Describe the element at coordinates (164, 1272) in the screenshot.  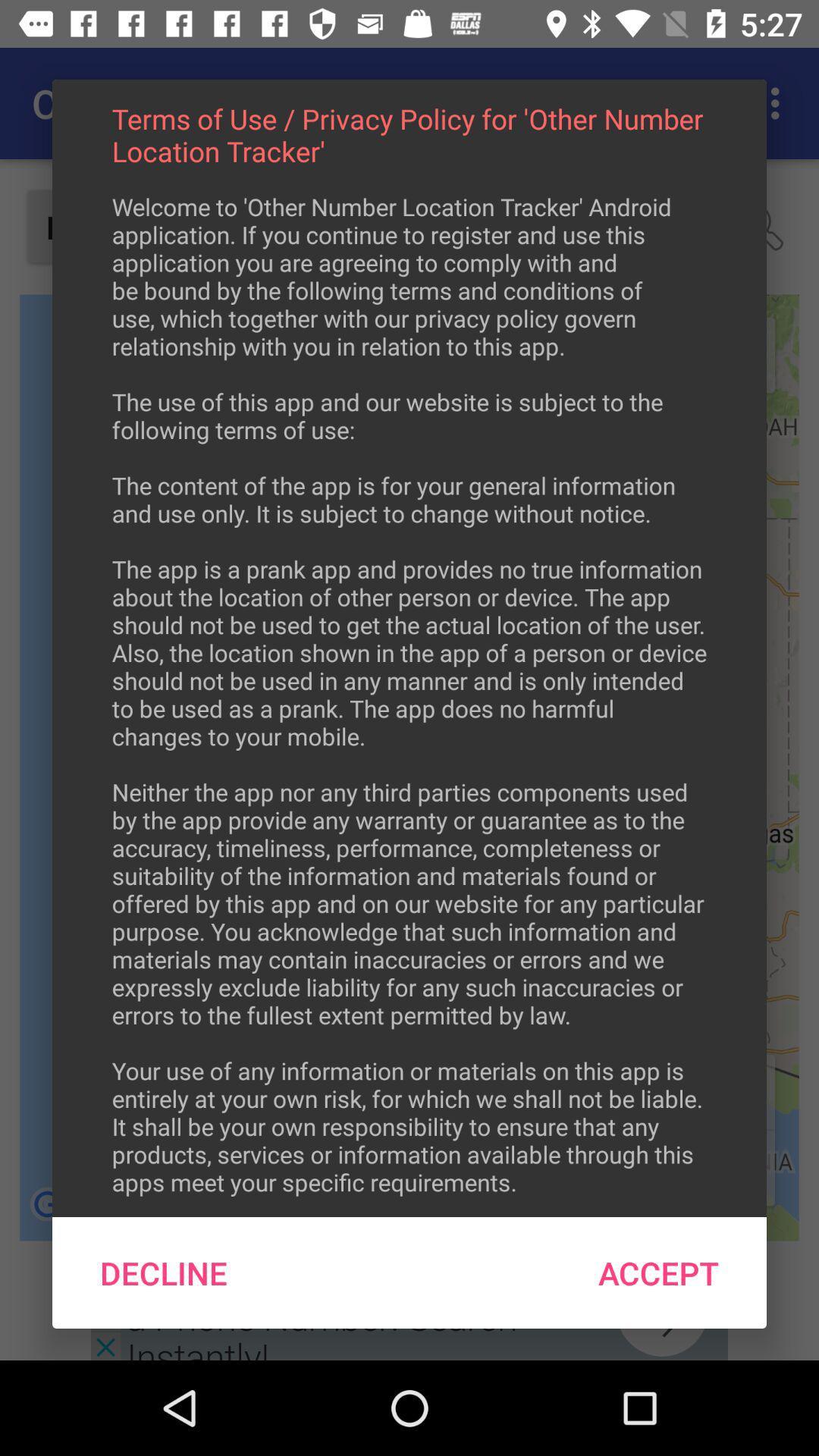
I see `decline at the bottom left corner` at that location.